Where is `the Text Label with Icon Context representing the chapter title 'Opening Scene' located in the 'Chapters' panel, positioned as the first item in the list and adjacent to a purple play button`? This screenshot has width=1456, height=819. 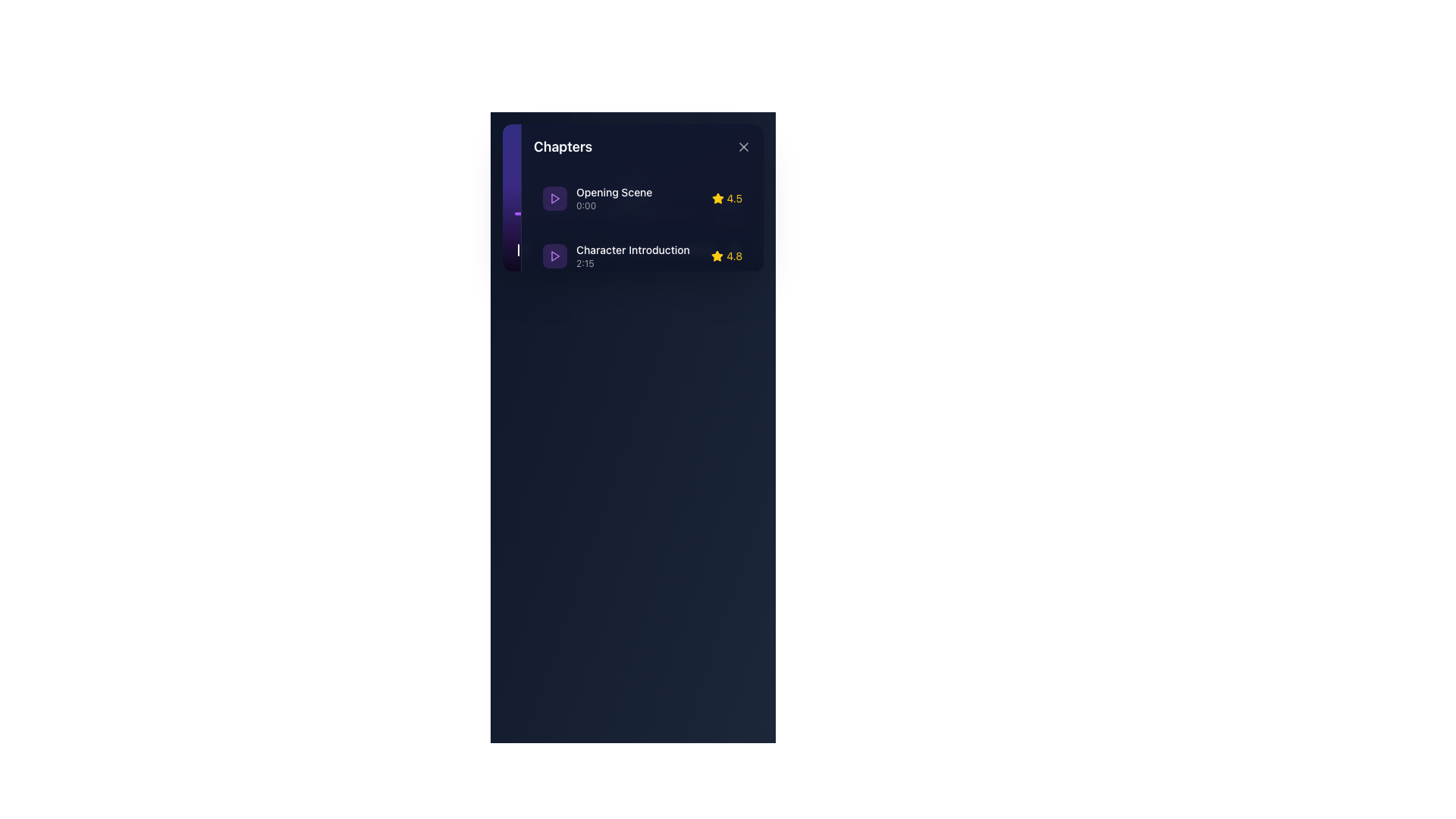 the Text Label with Icon Context representing the chapter title 'Opening Scene' located in the 'Chapters' panel, positioned as the first item in the list and adjacent to a purple play button is located at coordinates (614, 198).